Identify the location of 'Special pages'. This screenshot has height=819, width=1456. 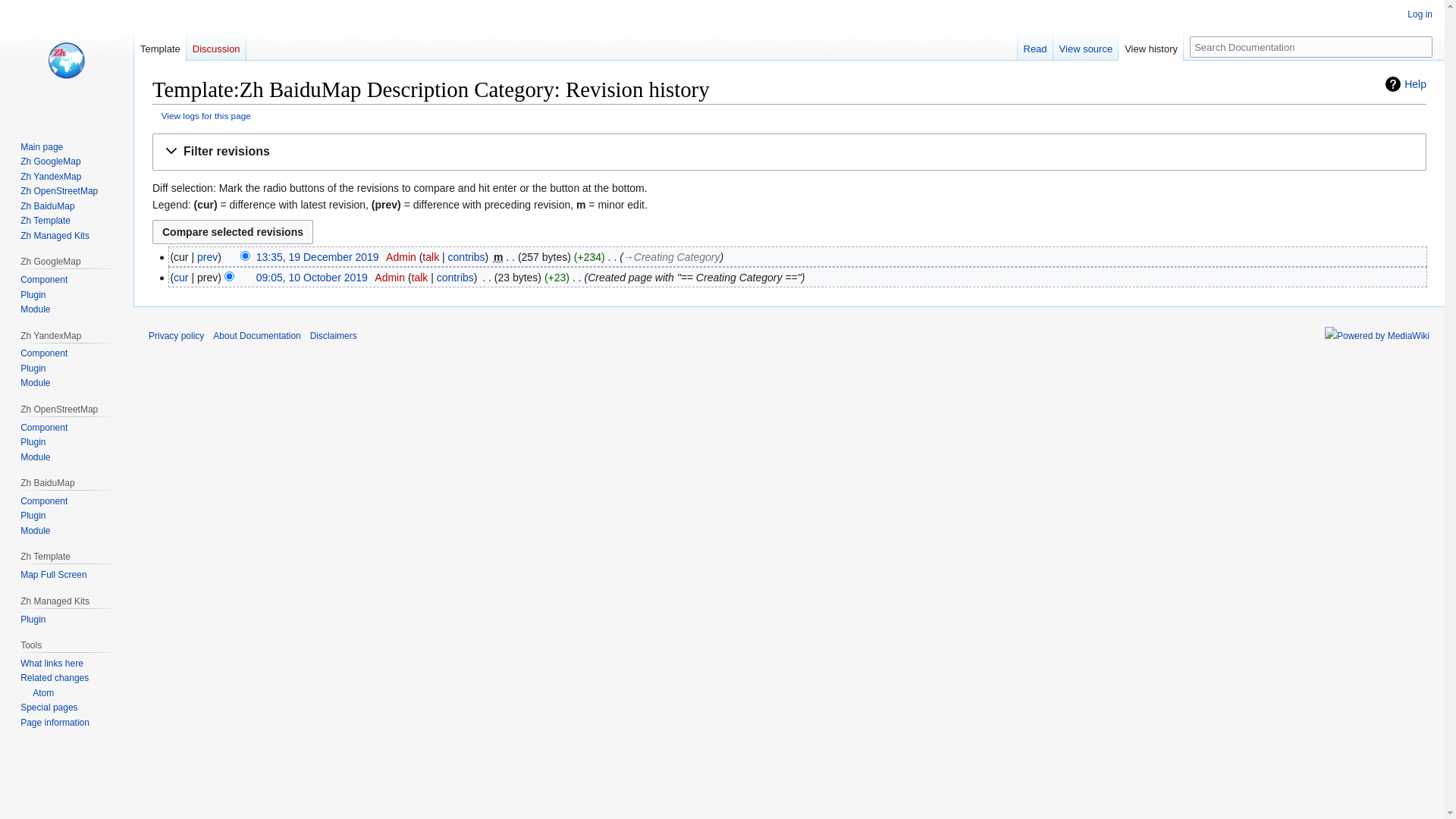
(49, 708).